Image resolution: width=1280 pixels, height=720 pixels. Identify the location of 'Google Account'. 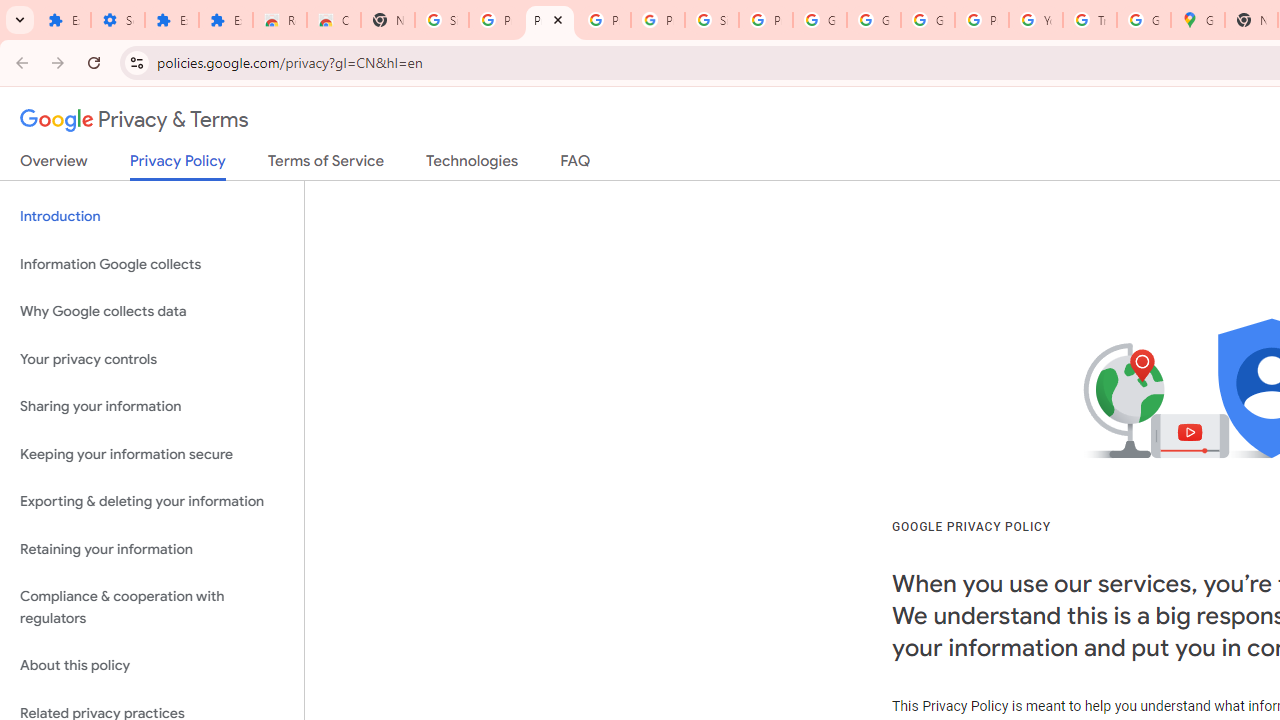
(874, 20).